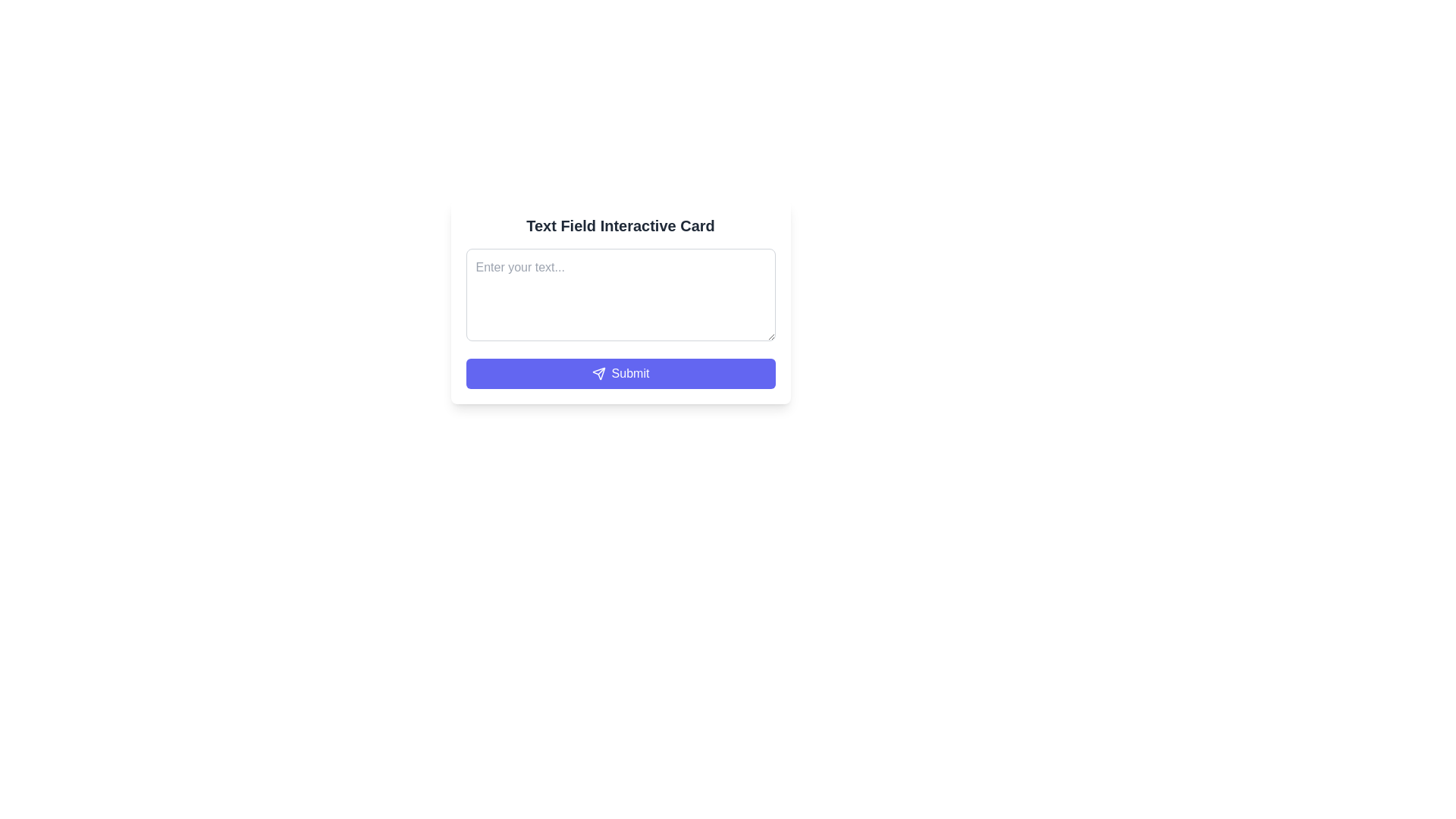  I want to click on the rectangular 'Submit' button with a purple background and white text, so click(620, 374).